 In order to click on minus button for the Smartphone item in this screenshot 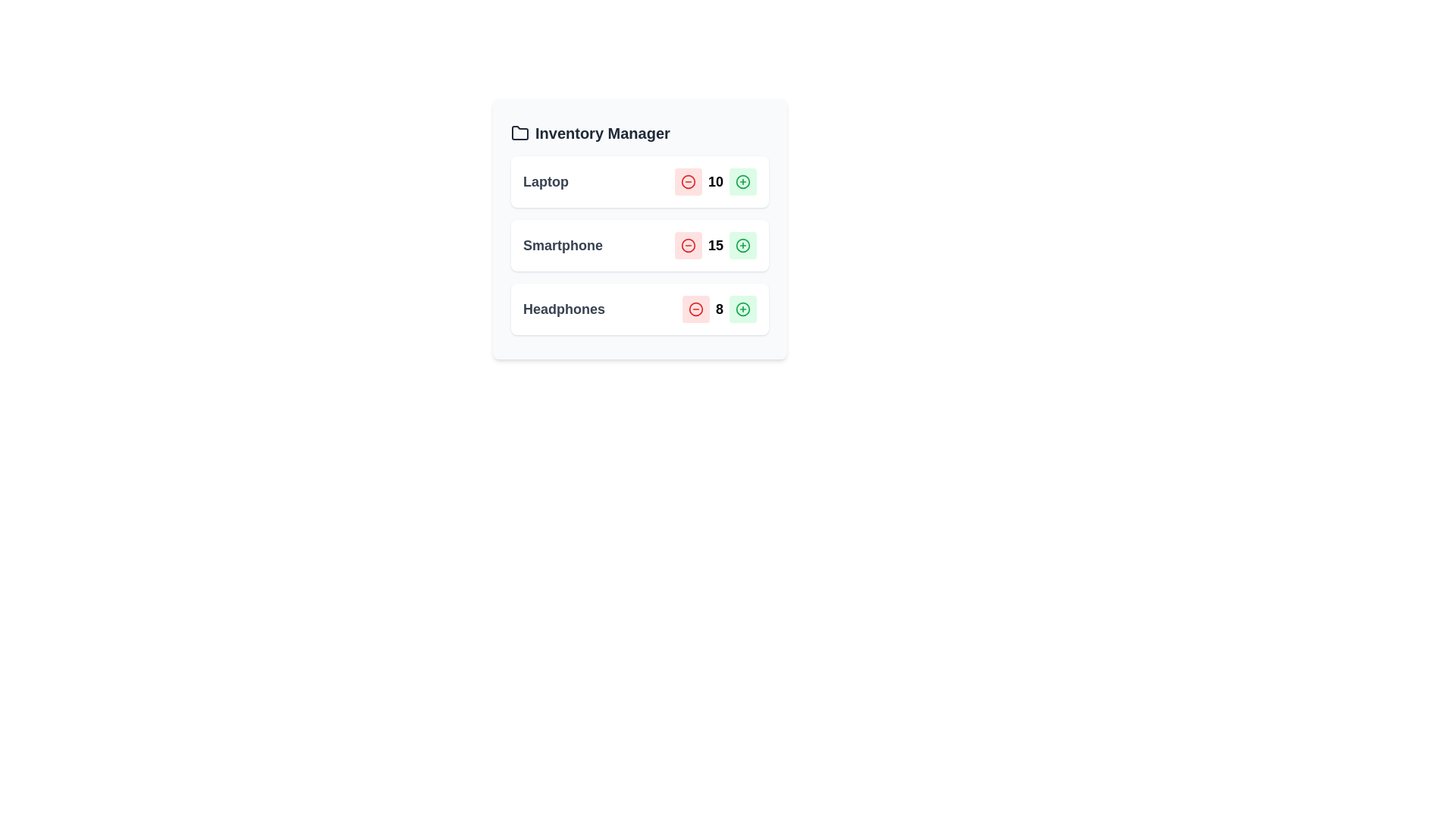, I will do `click(687, 245)`.